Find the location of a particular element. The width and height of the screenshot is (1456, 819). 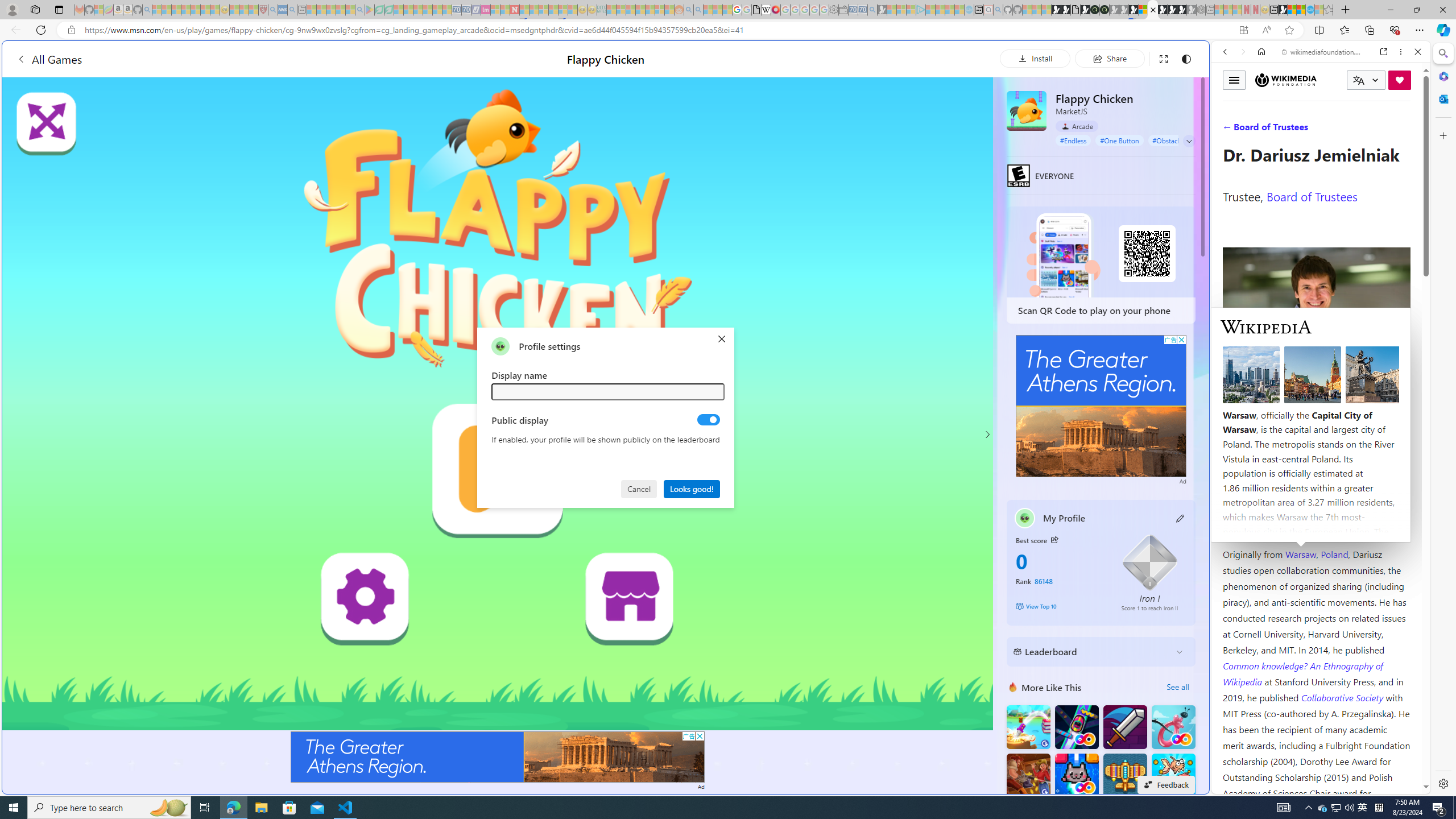

'#One Button' is located at coordinates (1119, 139).